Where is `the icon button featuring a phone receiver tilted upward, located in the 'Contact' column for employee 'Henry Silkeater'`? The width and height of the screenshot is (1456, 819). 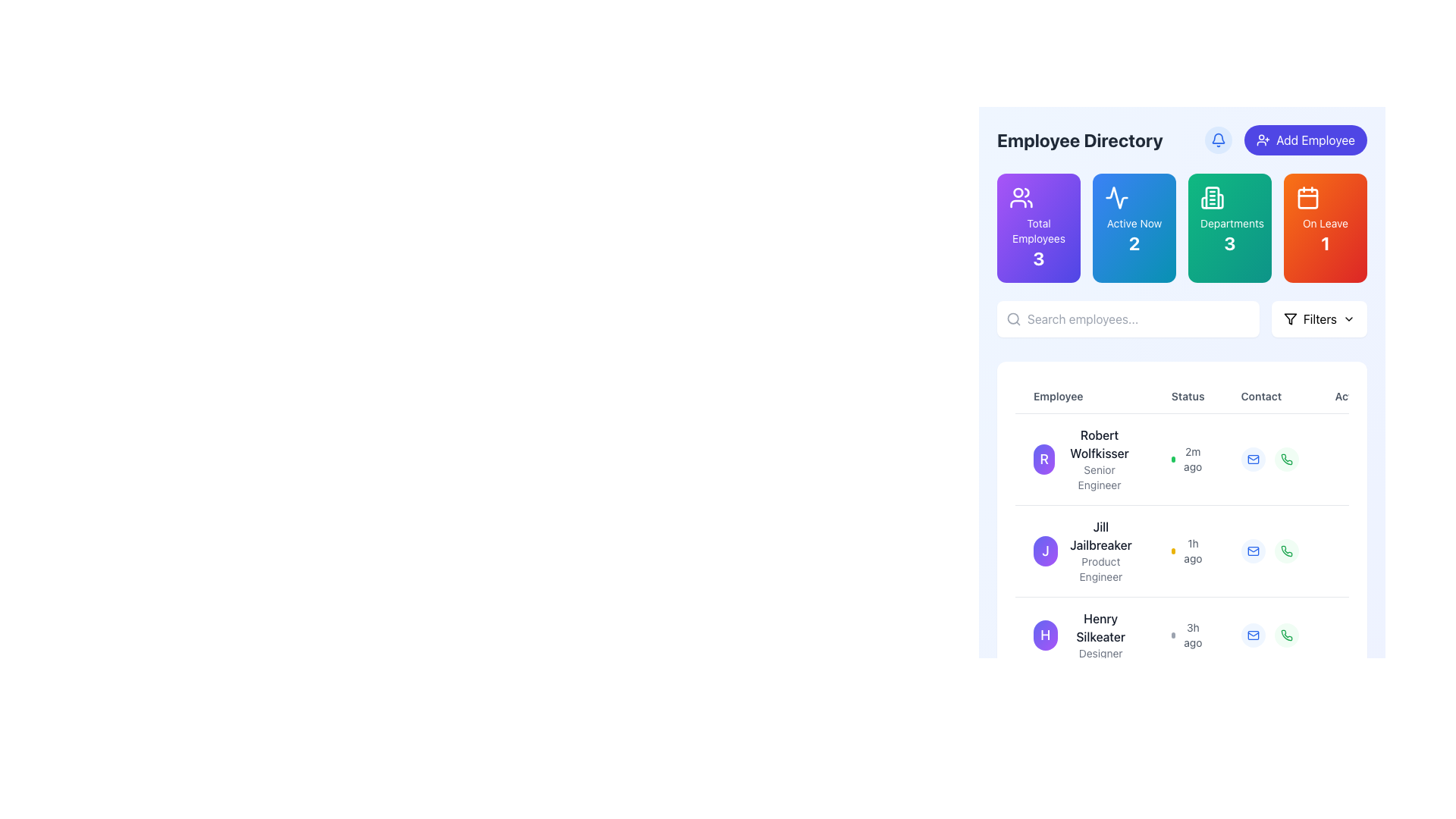
the icon button featuring a phone receiver tilted upward, located in the 'Contact' column for employee 'Henry Silkeater' is located at coordinates (1285, 551).